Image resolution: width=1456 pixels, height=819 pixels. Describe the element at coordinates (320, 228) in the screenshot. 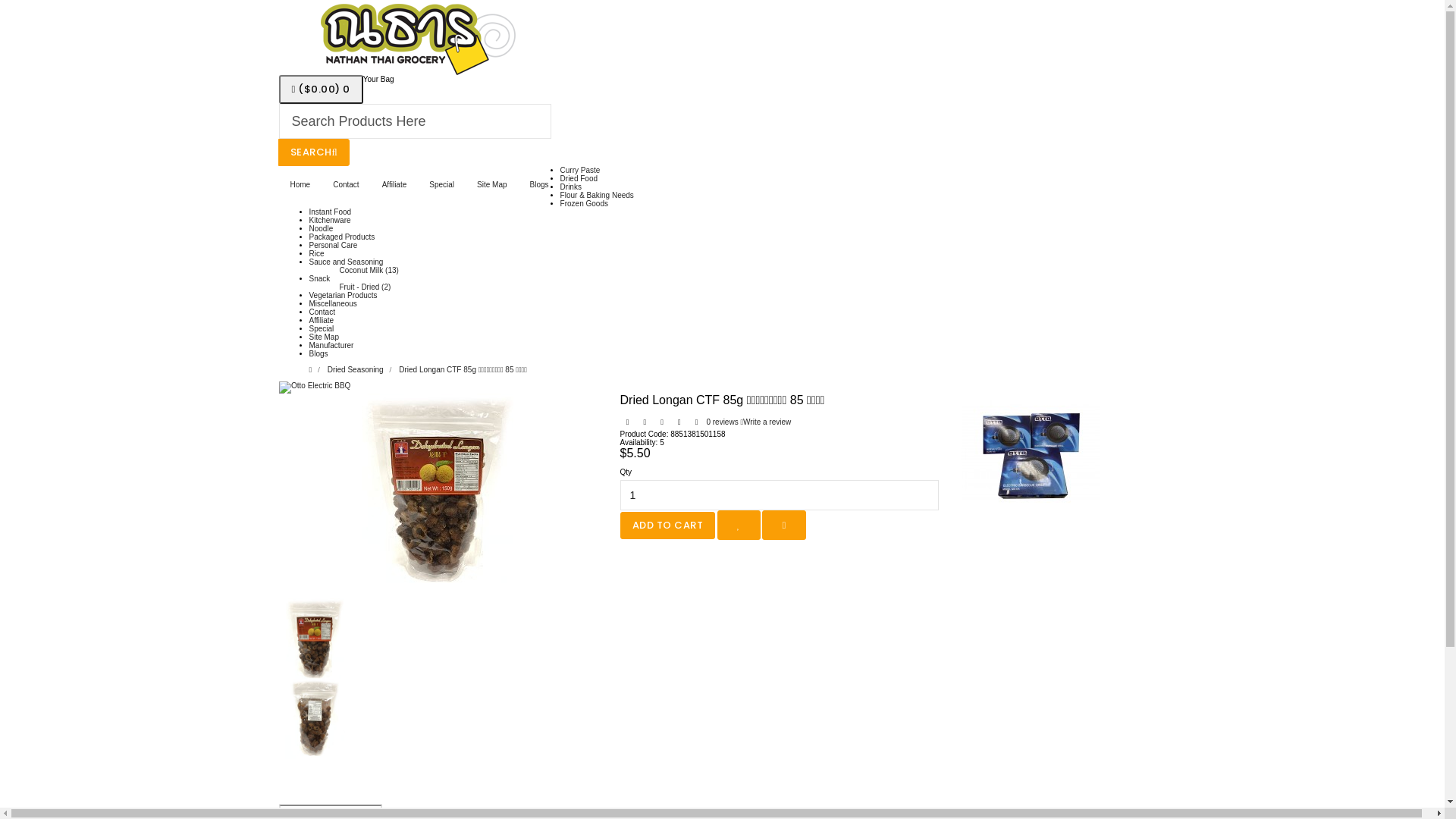

I see `'Noodle'` at that location.